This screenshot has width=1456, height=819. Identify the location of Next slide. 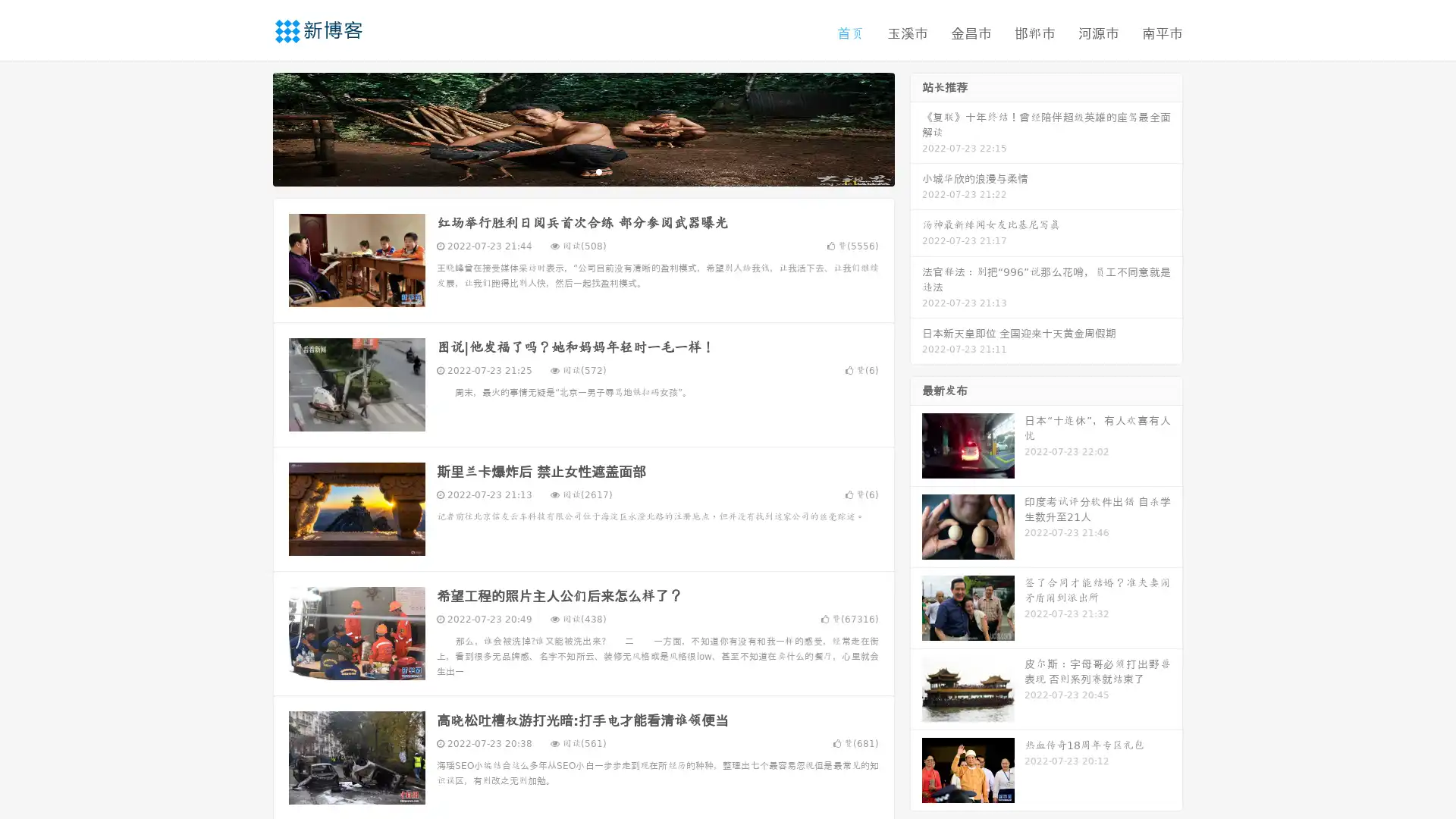
(916, 127).